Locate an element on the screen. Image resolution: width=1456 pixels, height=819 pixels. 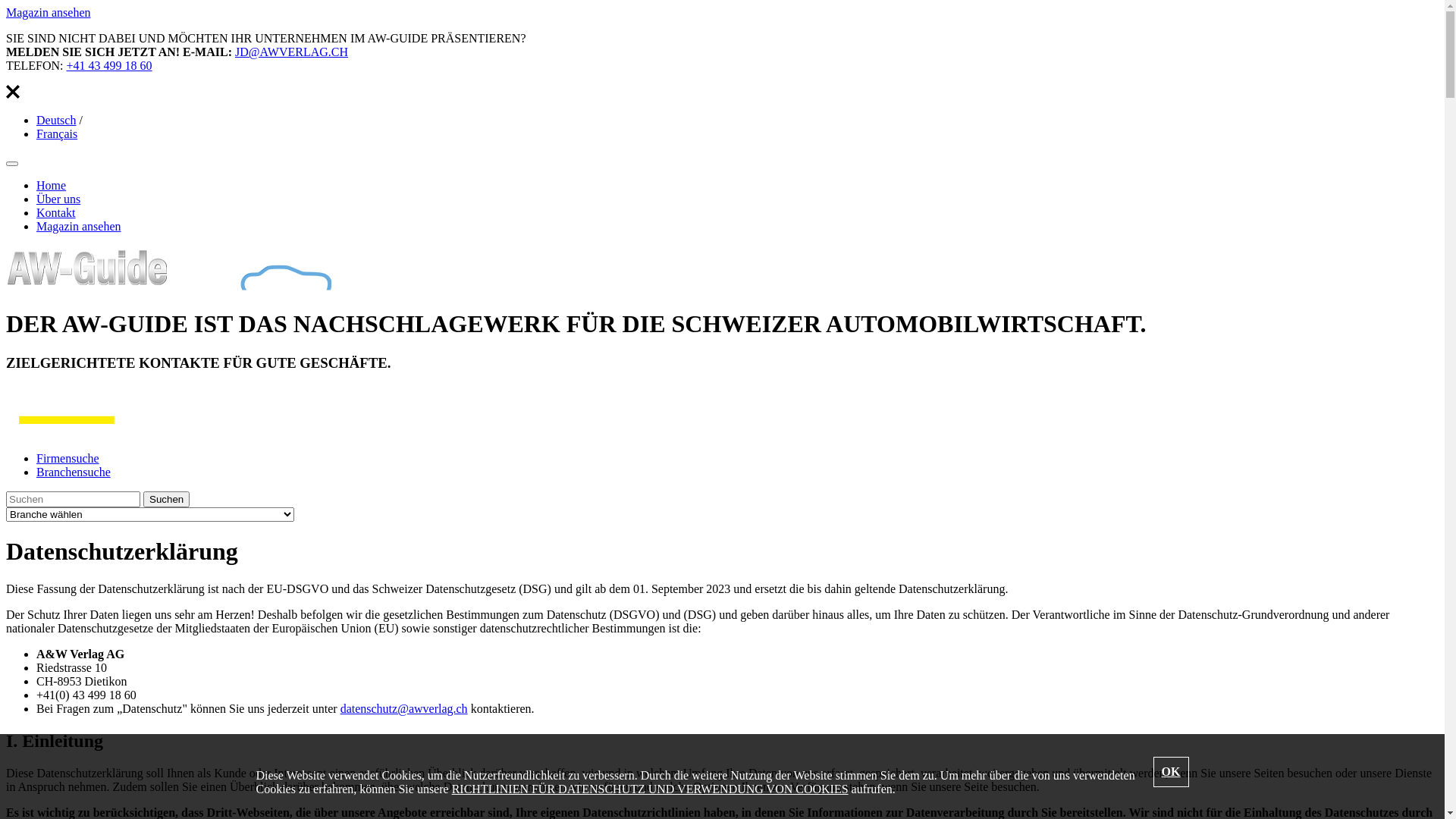
'Home' is located at coordinates (51, 184).